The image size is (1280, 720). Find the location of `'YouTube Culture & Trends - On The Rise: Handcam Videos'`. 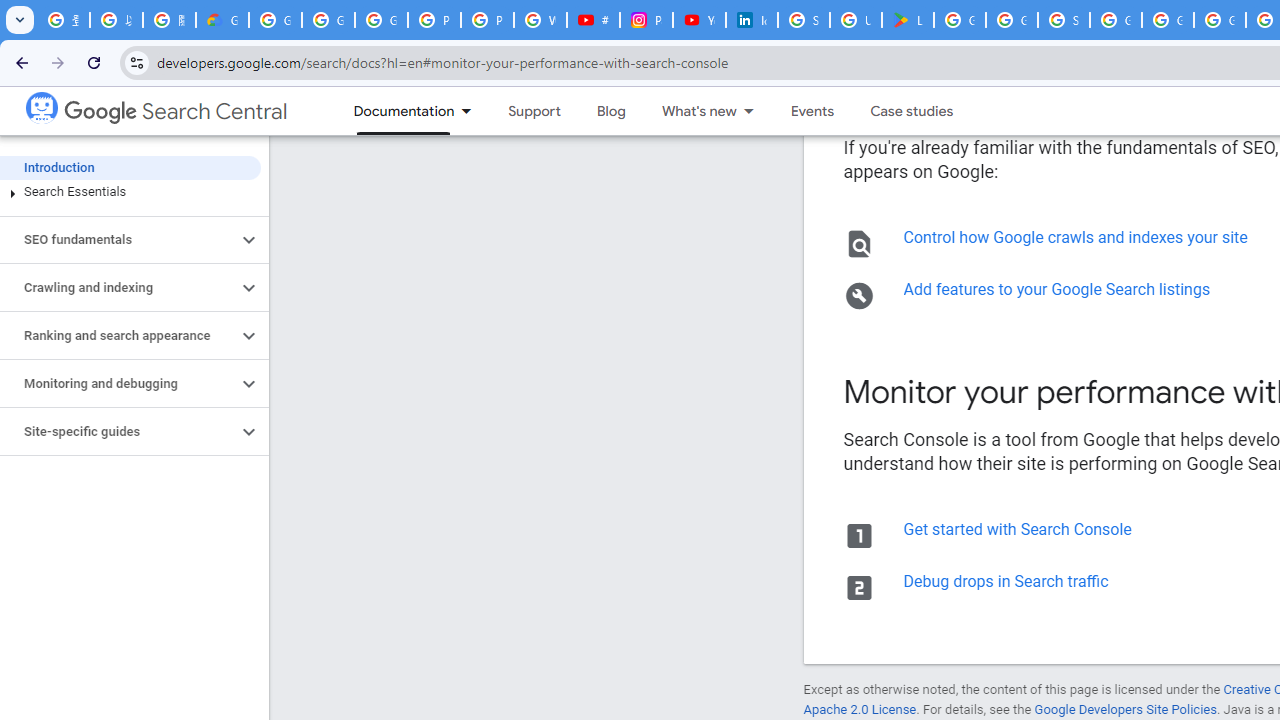

'YouTube Culture & Trends - On The Rise: Handcam Videos' is located at coordinates (699, 20).